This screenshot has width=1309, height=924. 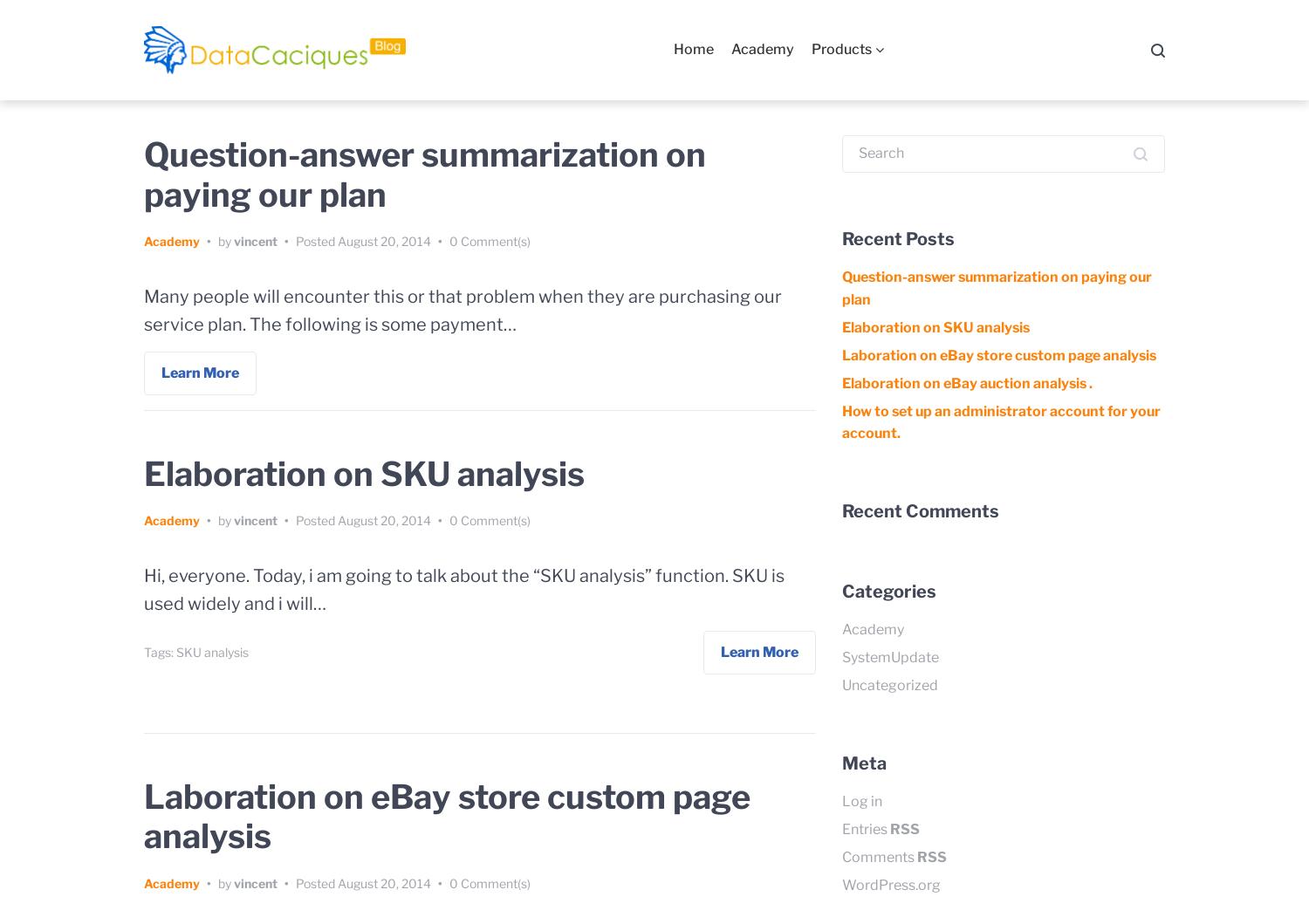 What do you see at coordinates (898, 238) in the screenshot?
I see `'Recent Posts'` at bounding box center [898, 238].